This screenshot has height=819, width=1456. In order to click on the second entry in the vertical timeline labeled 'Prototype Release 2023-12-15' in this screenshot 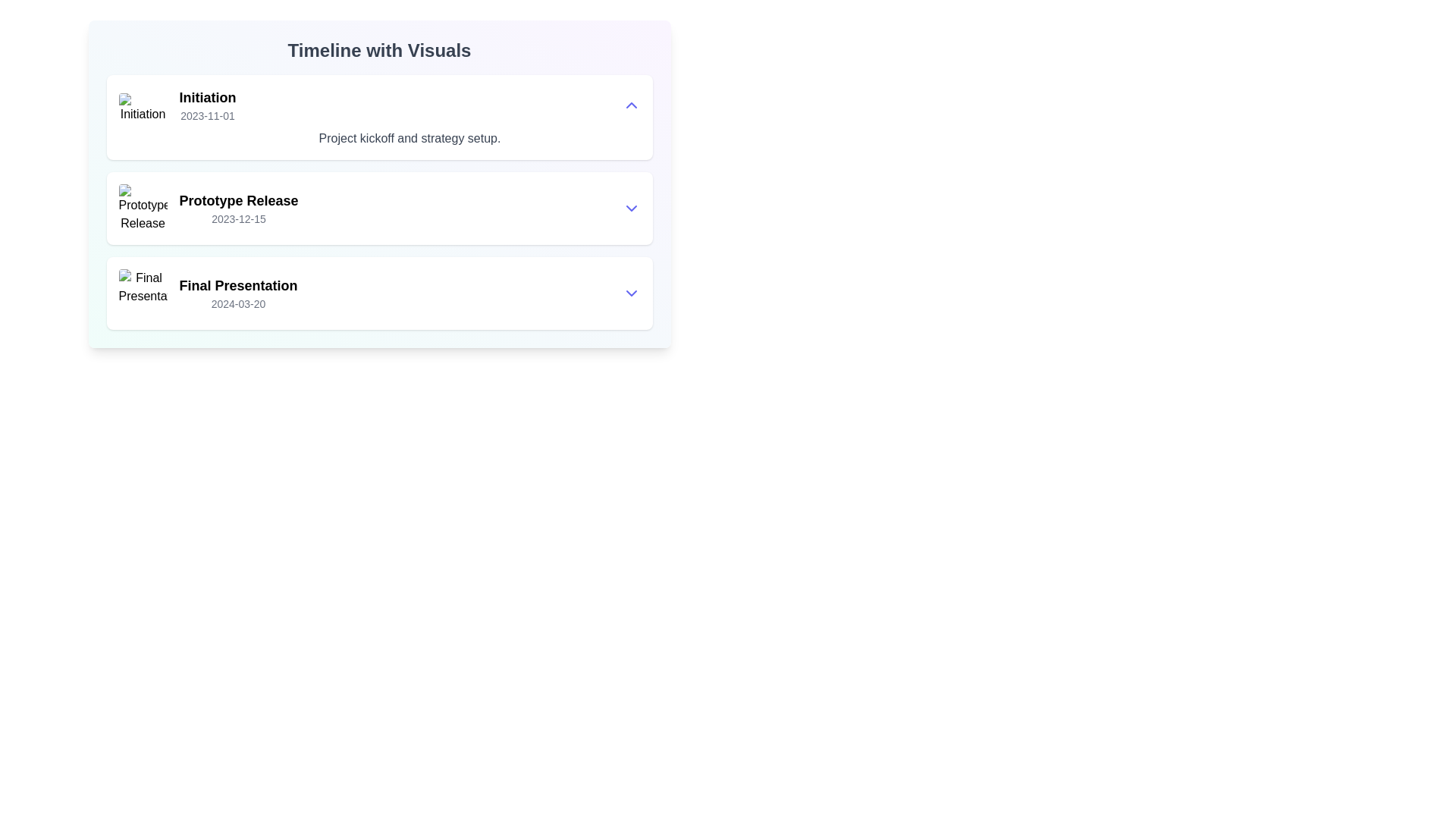, I will do `click(409, 208)`.